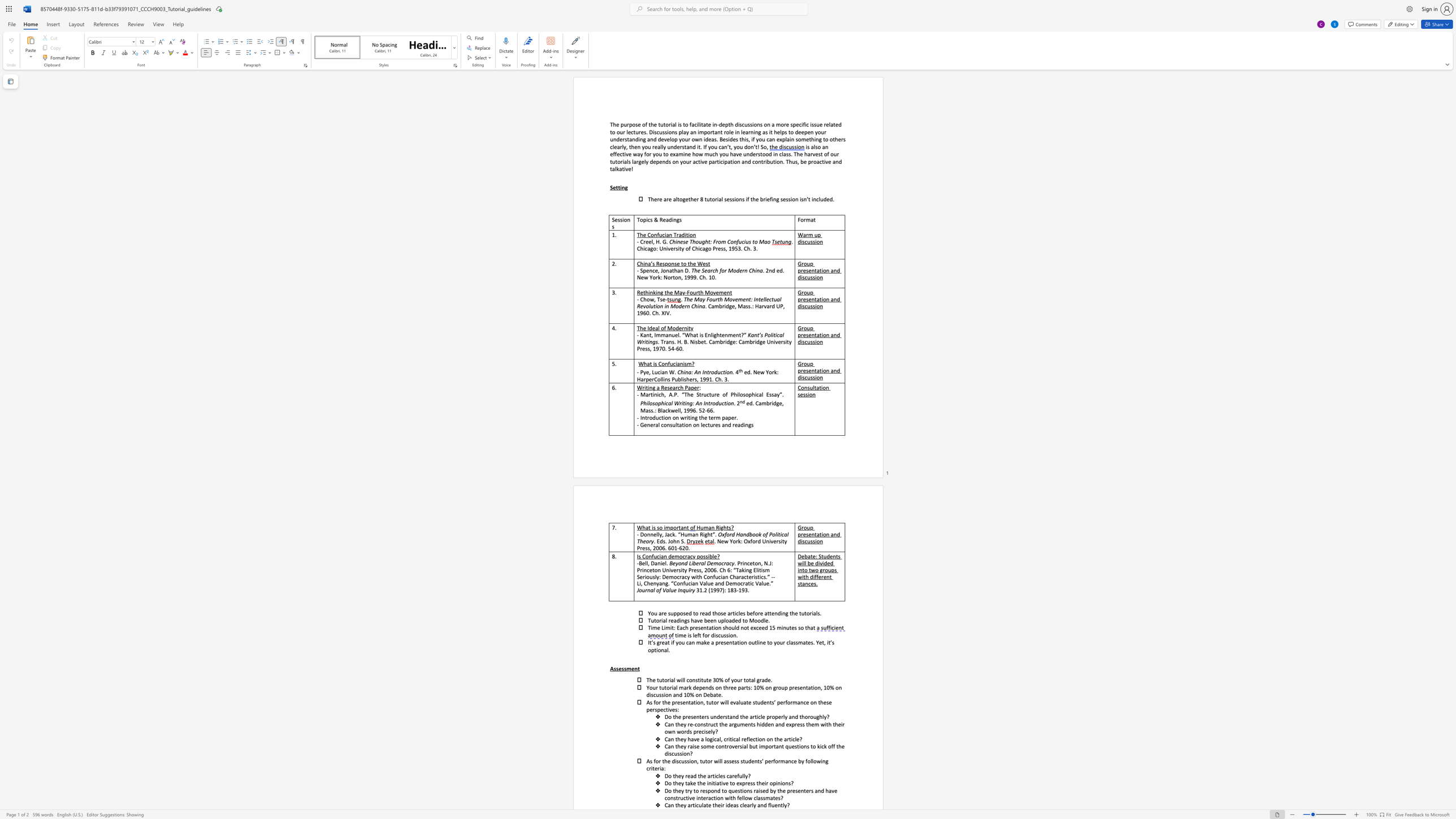 The height and width of the screenshot is (819, 1456). I want to click on the subset text "he" within the text "The tutorial will", so click(649, 680).